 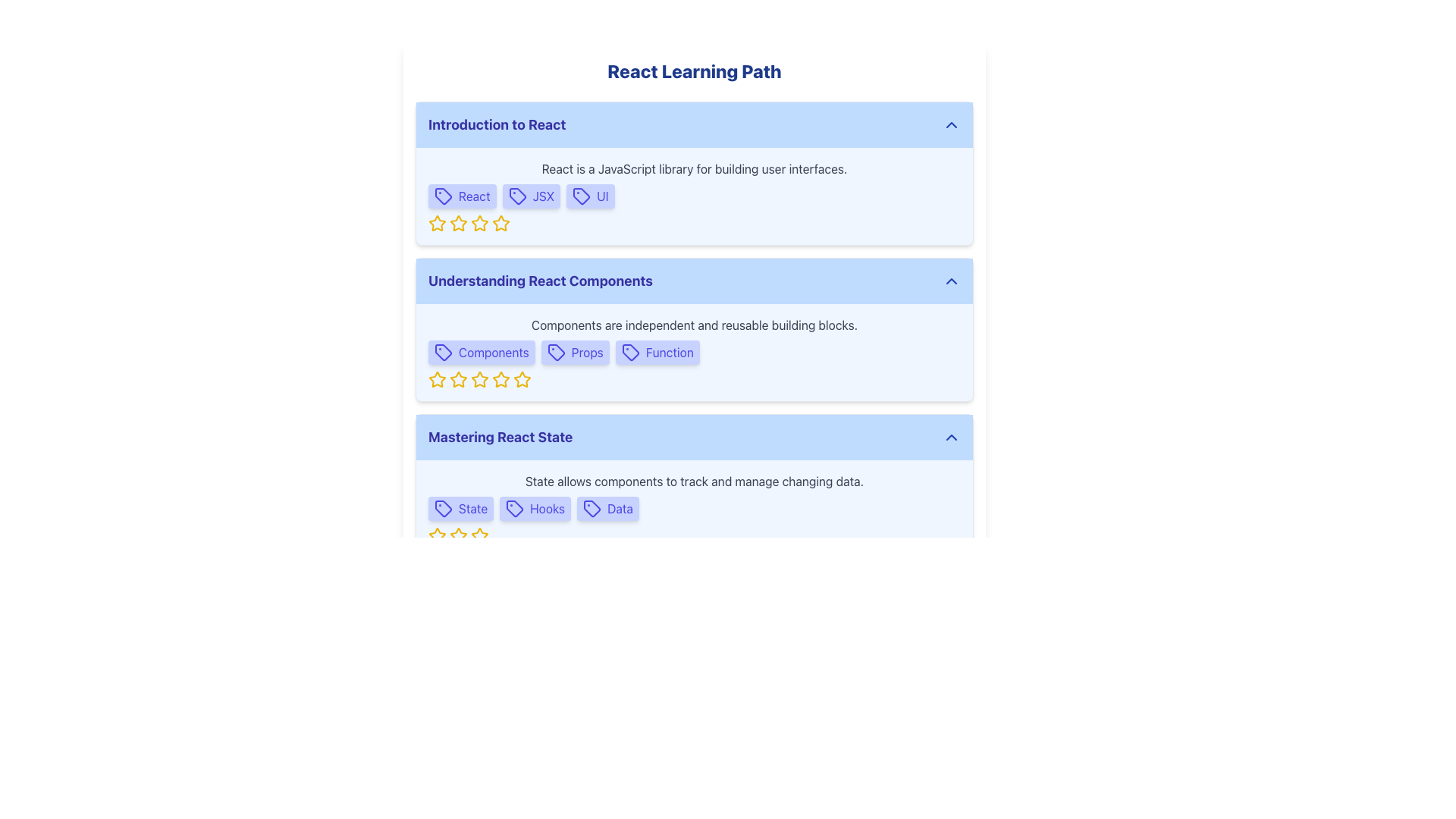 What do you see at coordinates (479, 535) in the screenshot?
I see `the third star icon, which is part of a five-star rating system in the section titled 'Mastering React State'` at bounding box center [479, 535].